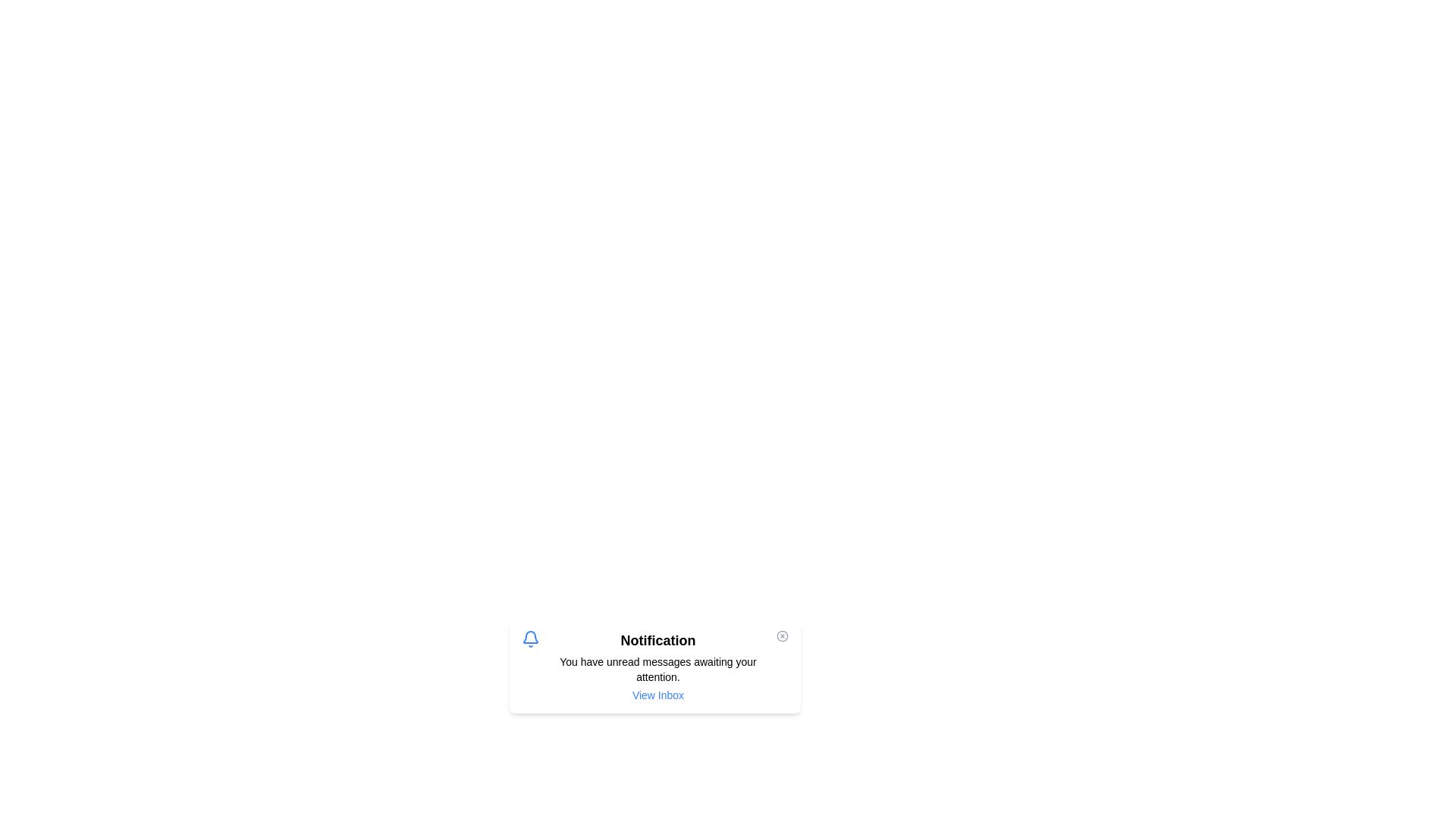 The height and width of the screenshot is (819, 1456). Describe the element at coordinates (658, 640) in the screenshot. I see `the Text label that serves as the header for the notification section, located at the top of the notification box` at that location.